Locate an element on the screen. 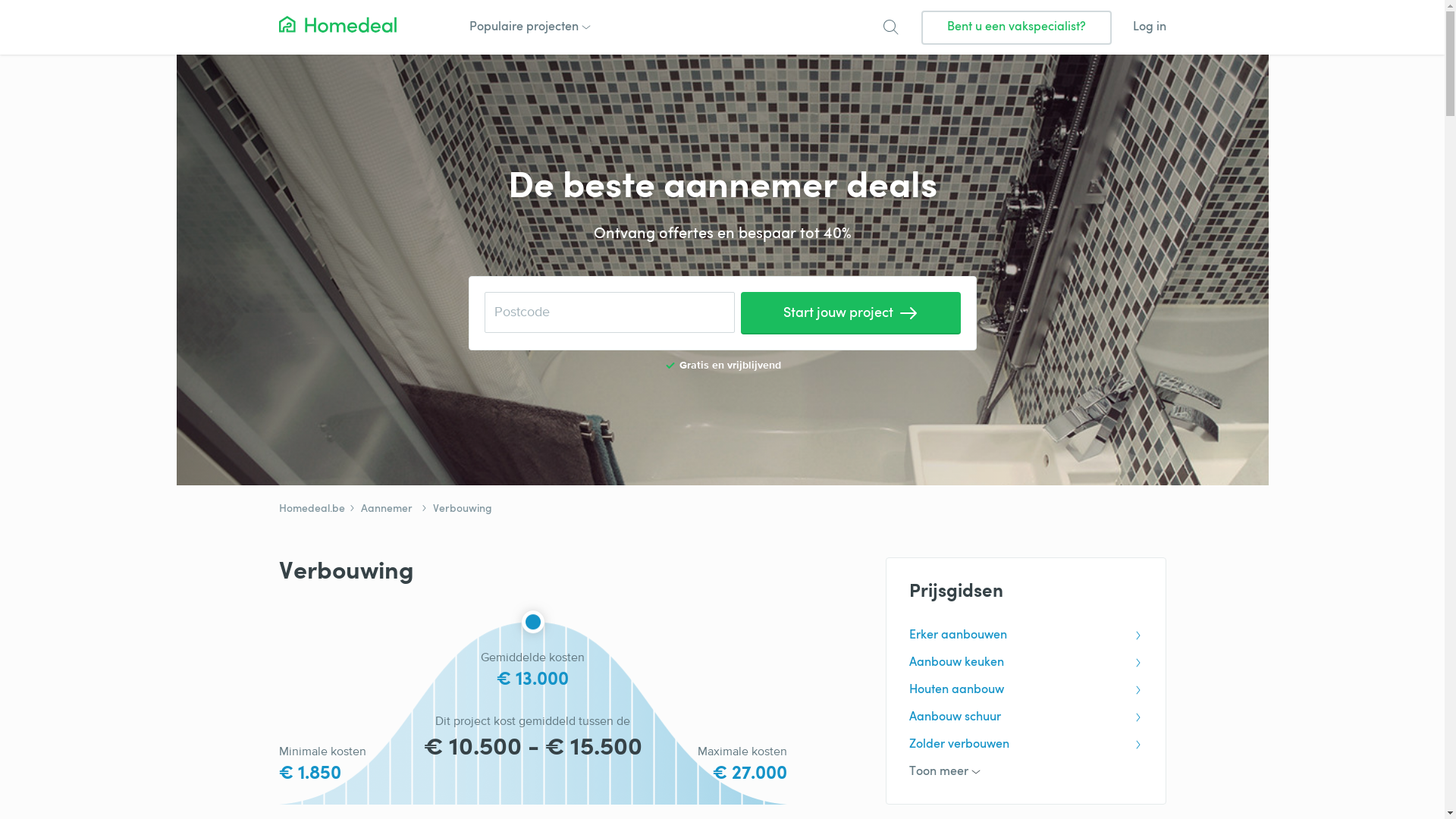 This screenshot has height=819, width=1456. 'Aannemer' is located at coordinates (379, 509).